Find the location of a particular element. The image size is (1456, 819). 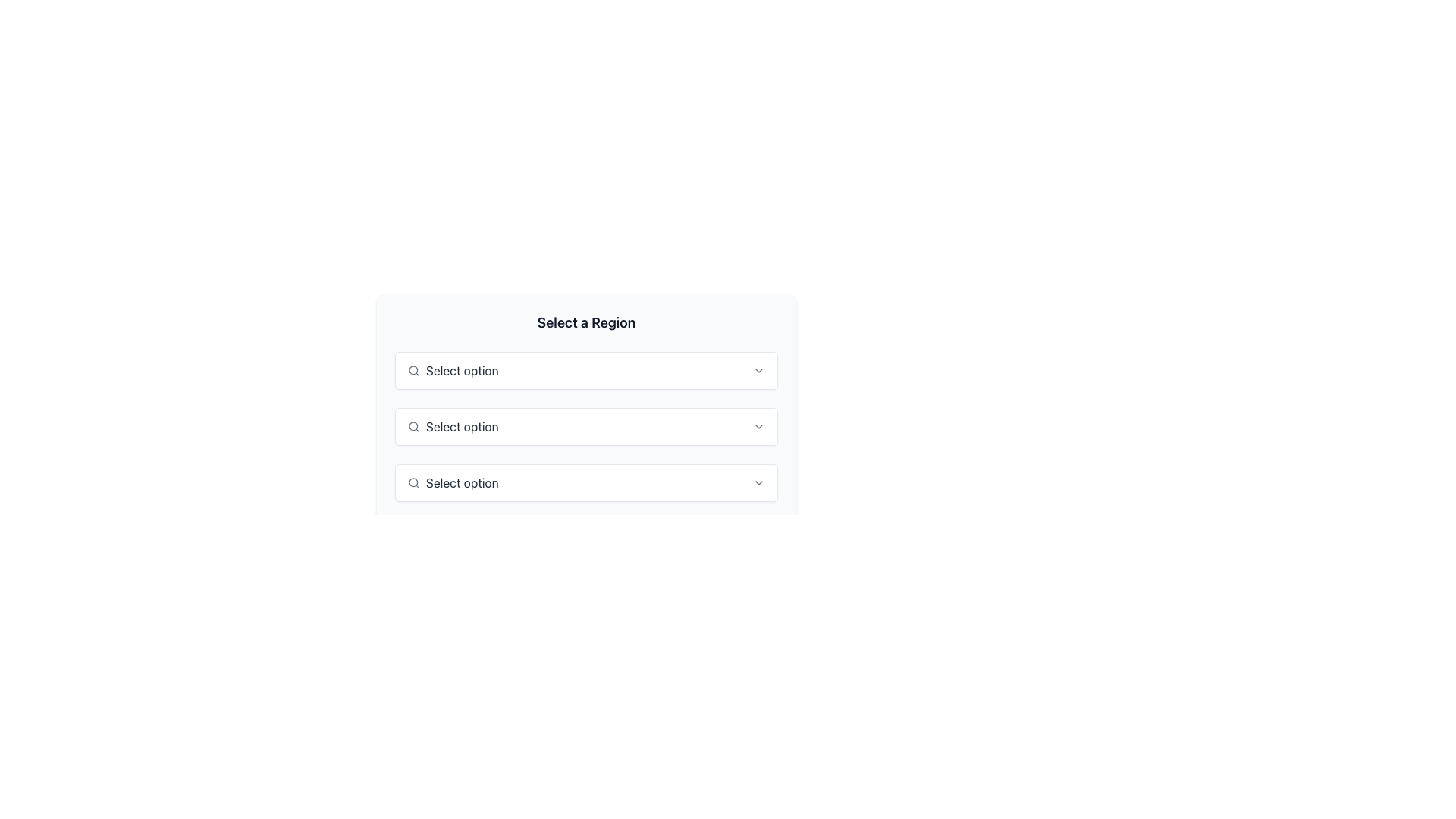

the middle 'Select option' dropdown menu is located at coordinates (585, 427).